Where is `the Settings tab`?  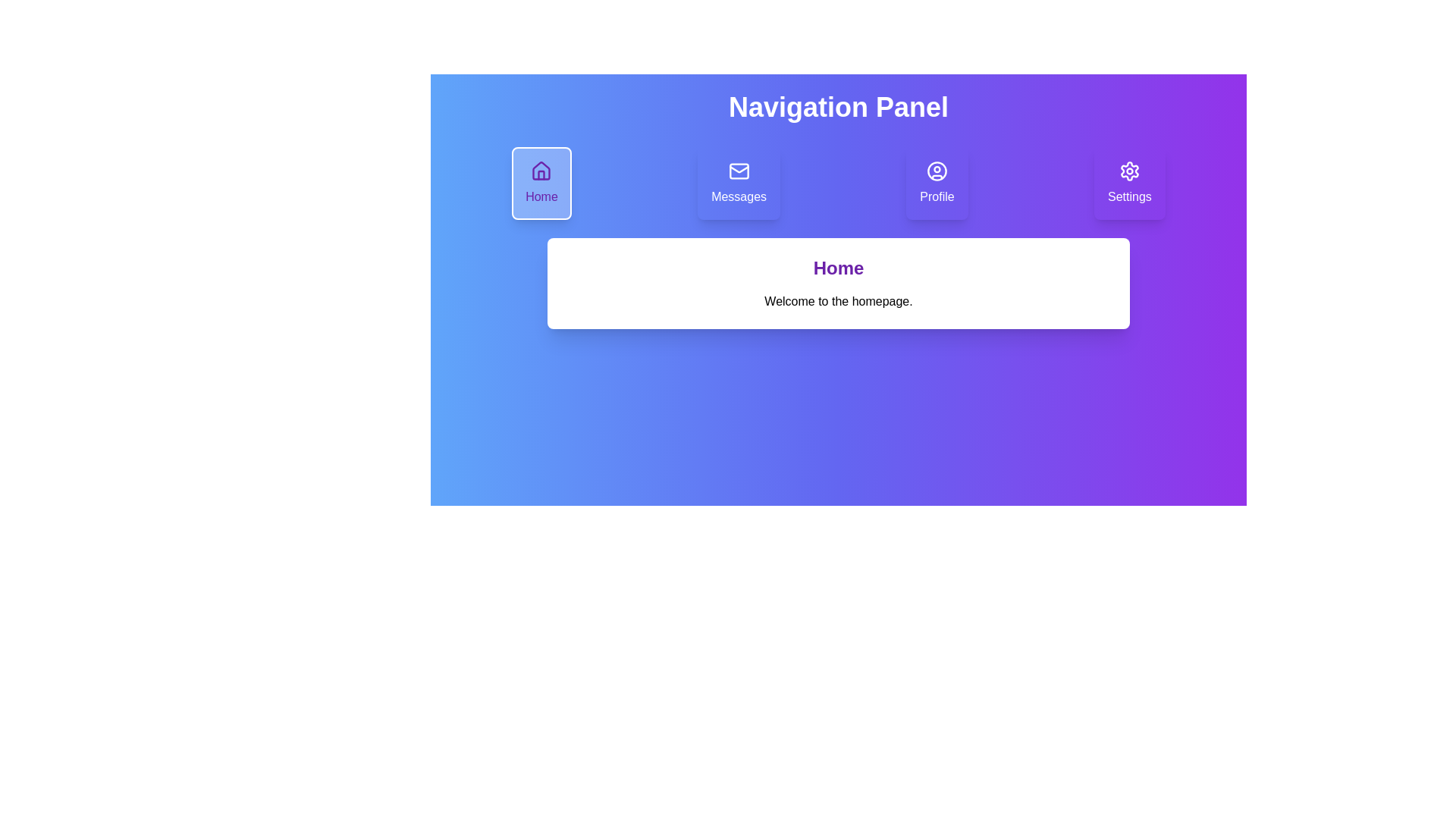
the Settings tab is located at coordinates (1129, 183).